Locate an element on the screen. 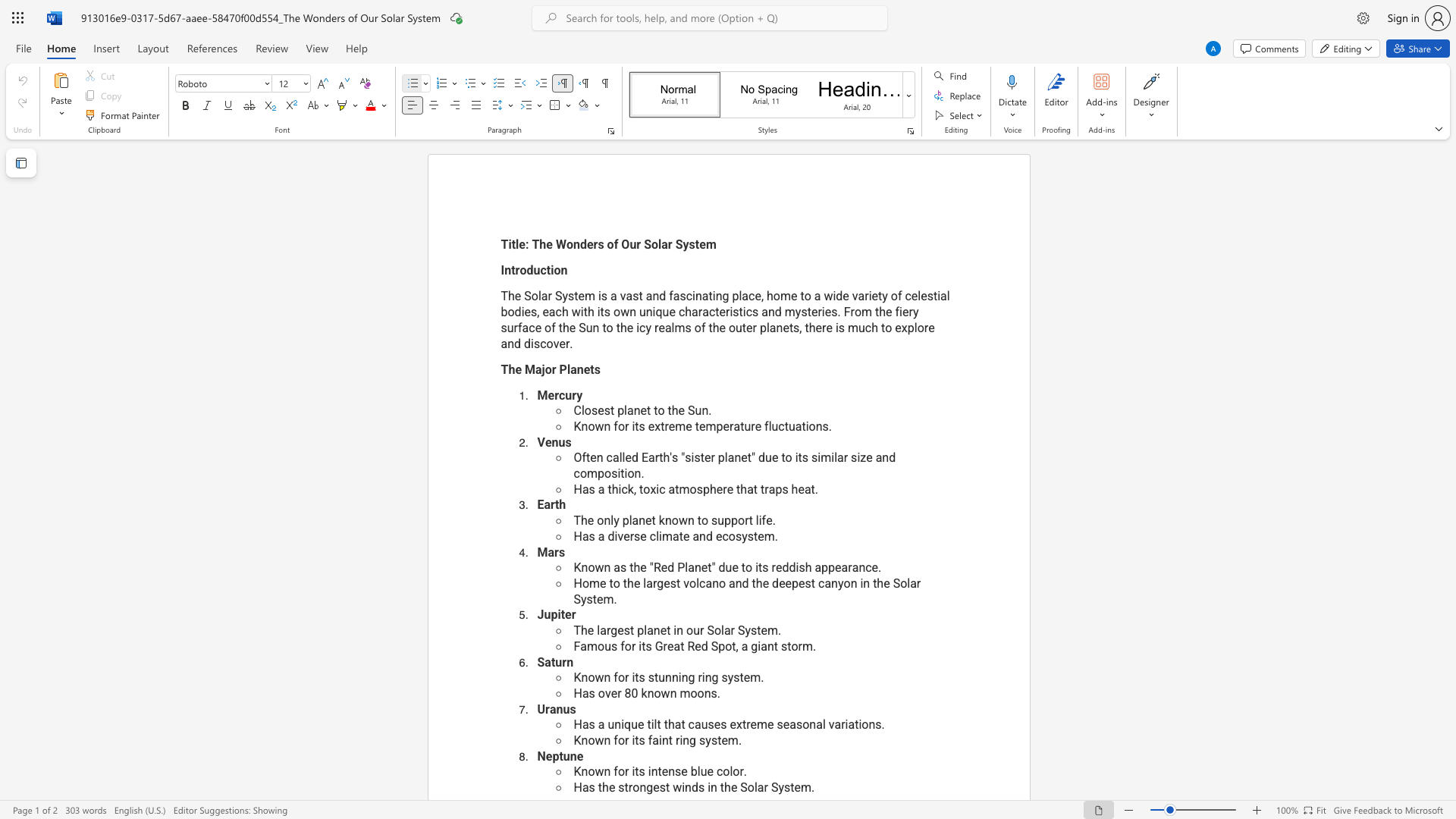 The width and height of the screenshot is (1456, 819). the space between the continuous character "o" and "n" in the text is located at coordinates (639, 786).